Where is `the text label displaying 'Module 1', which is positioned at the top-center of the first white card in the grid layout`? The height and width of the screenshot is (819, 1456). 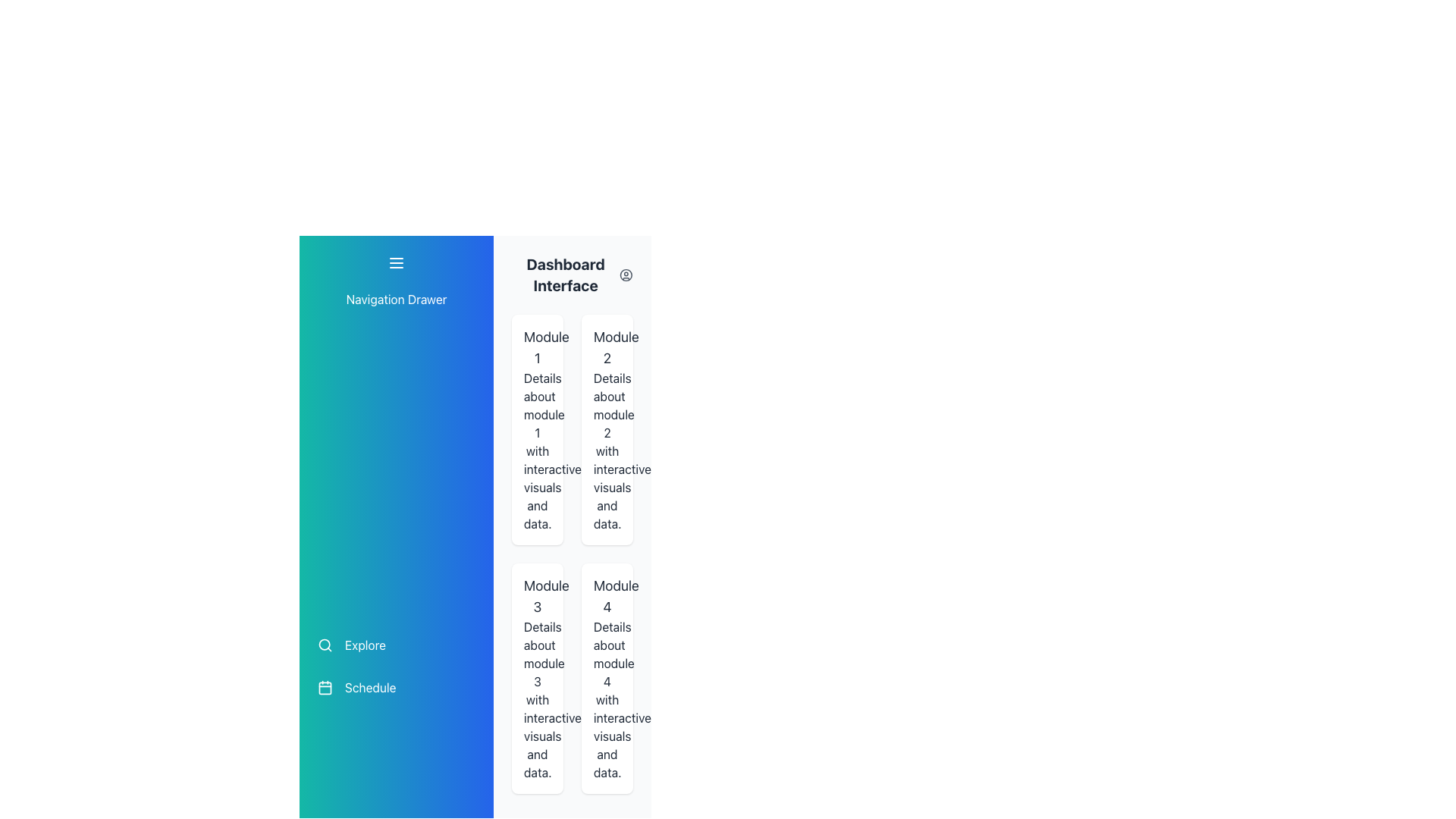 the text label displaying 'Module 1', which is positioned at the top-center of the first white card in the grid layout is located at coordinates (538, 348).